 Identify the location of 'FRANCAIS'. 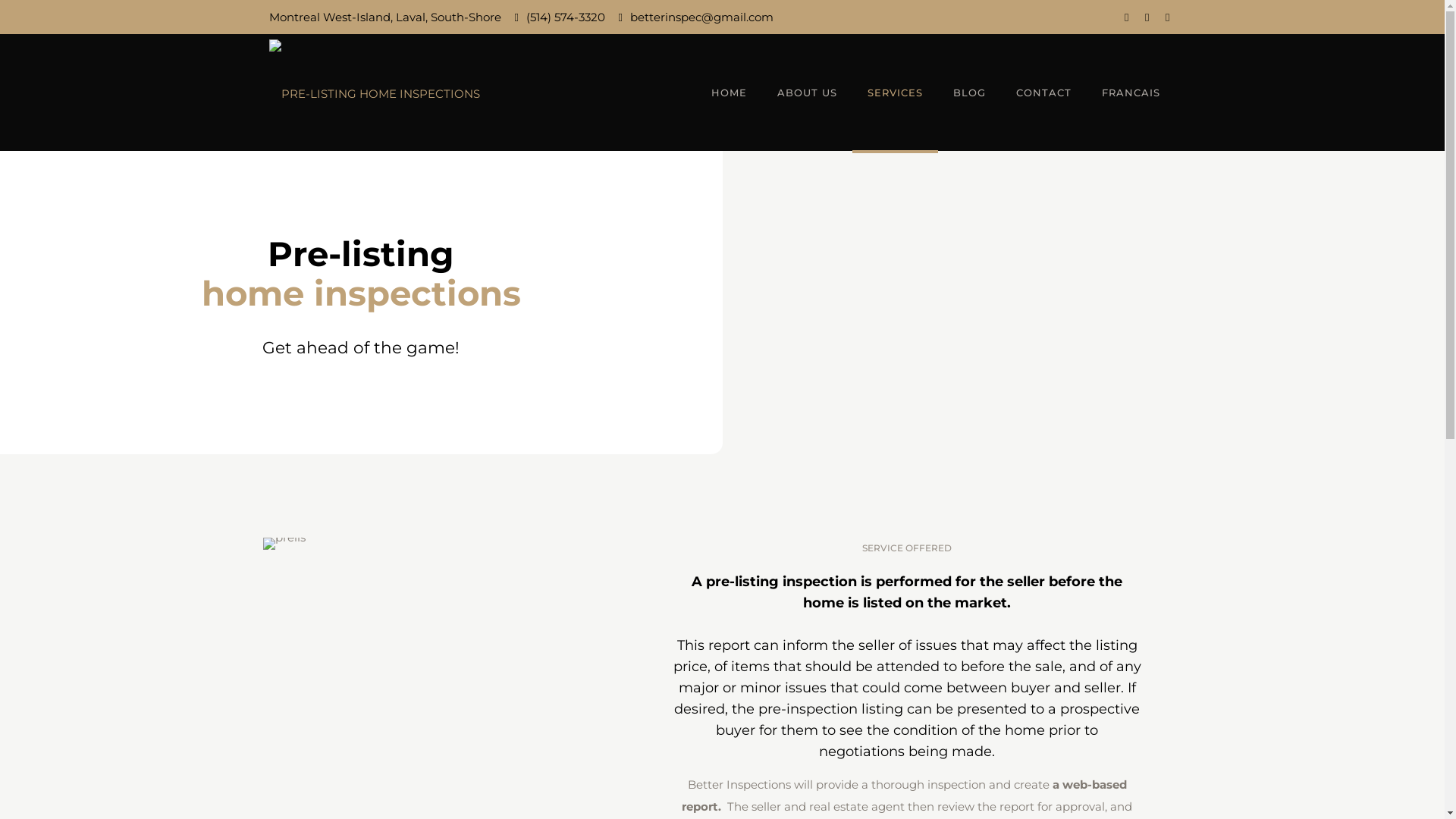
(1131, 92).